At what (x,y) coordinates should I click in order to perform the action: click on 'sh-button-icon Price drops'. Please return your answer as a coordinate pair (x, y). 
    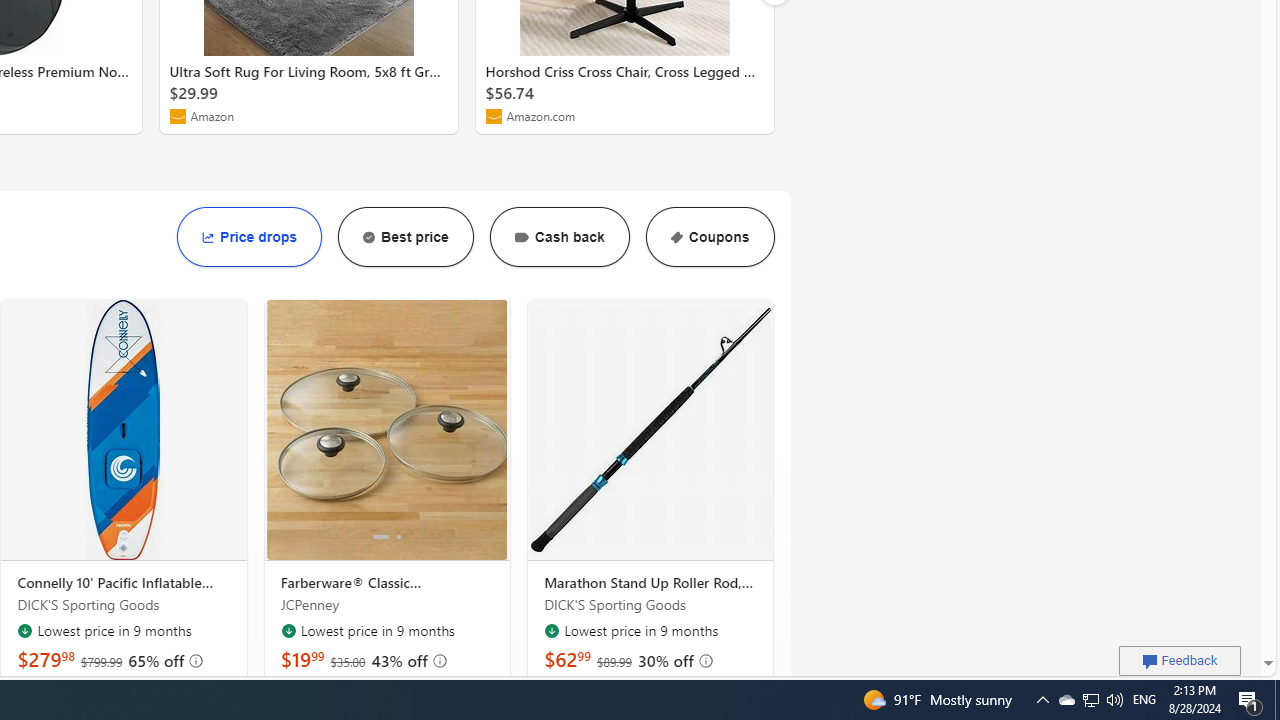
    Looking at the image, I should click on (248, 236).